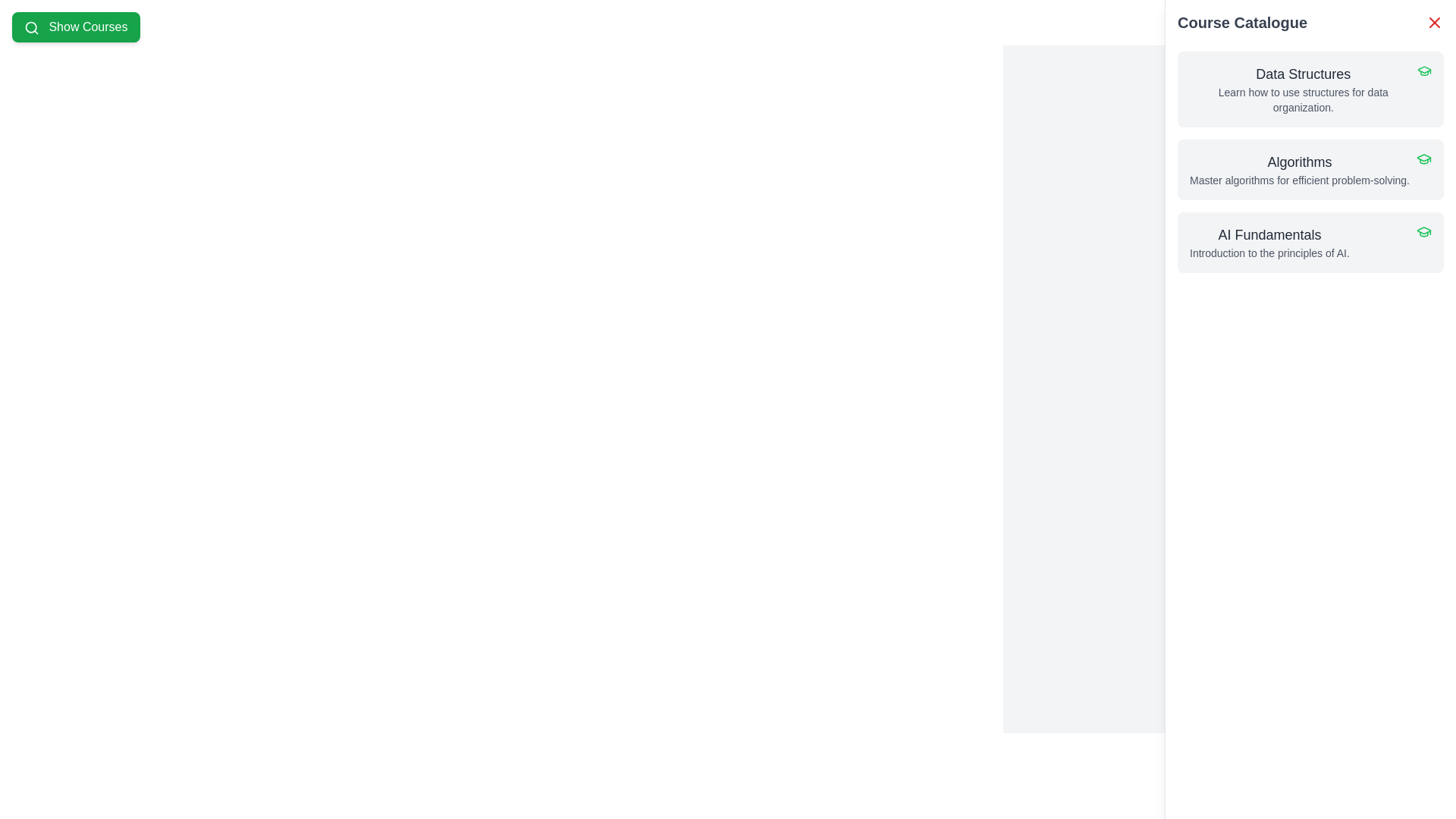  What do you see at coordinates (1310, 242) in the screenshot?
I see `the selectable item in the Course Catalogue list that has a light gray background, rounded corners, and contains the text 'AI Fundamentals' with a green graduation cap icon on the right` at bounding box center [1310, 242].